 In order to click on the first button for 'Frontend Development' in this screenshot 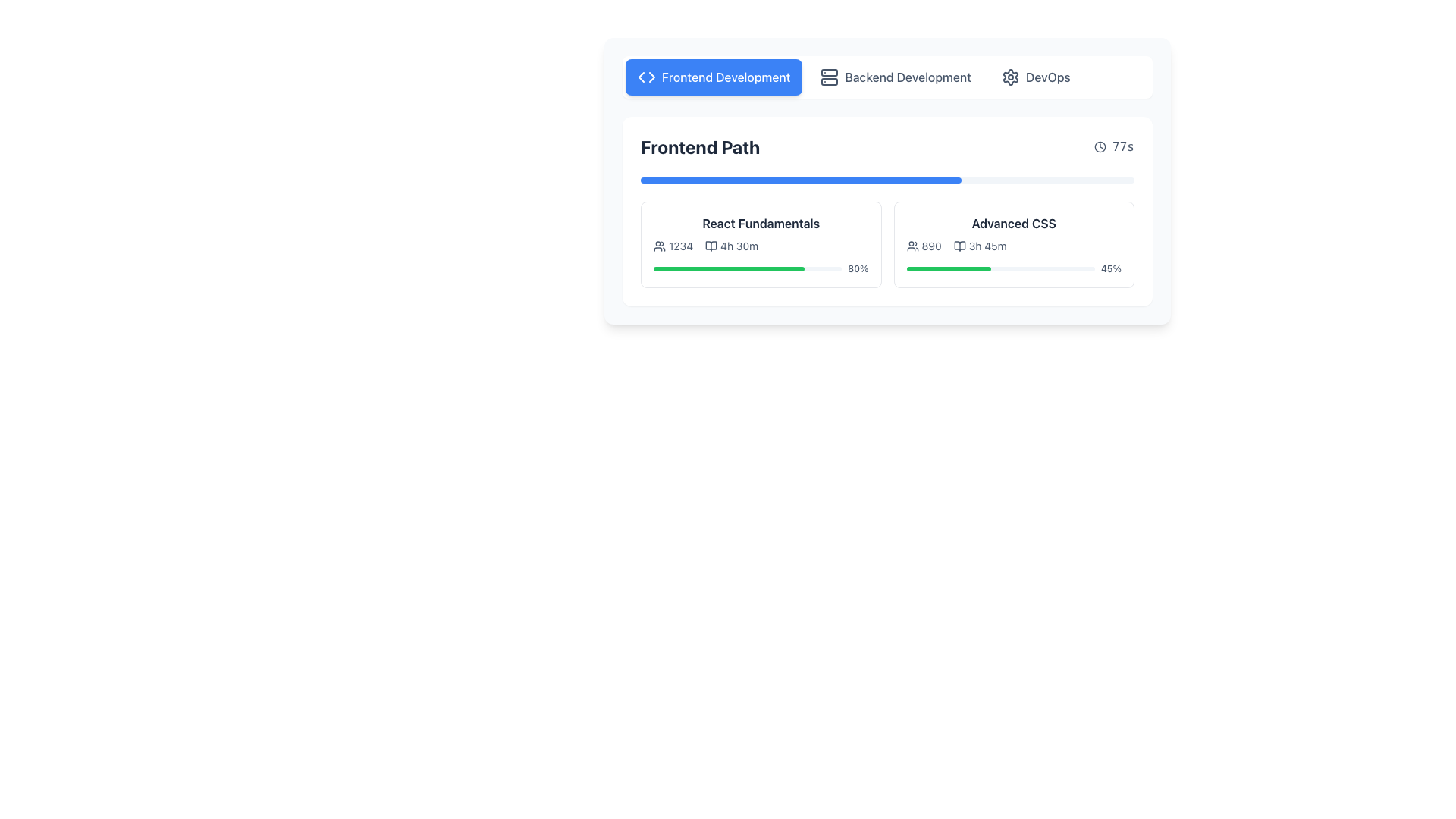, I will do `click(713, 77)`.